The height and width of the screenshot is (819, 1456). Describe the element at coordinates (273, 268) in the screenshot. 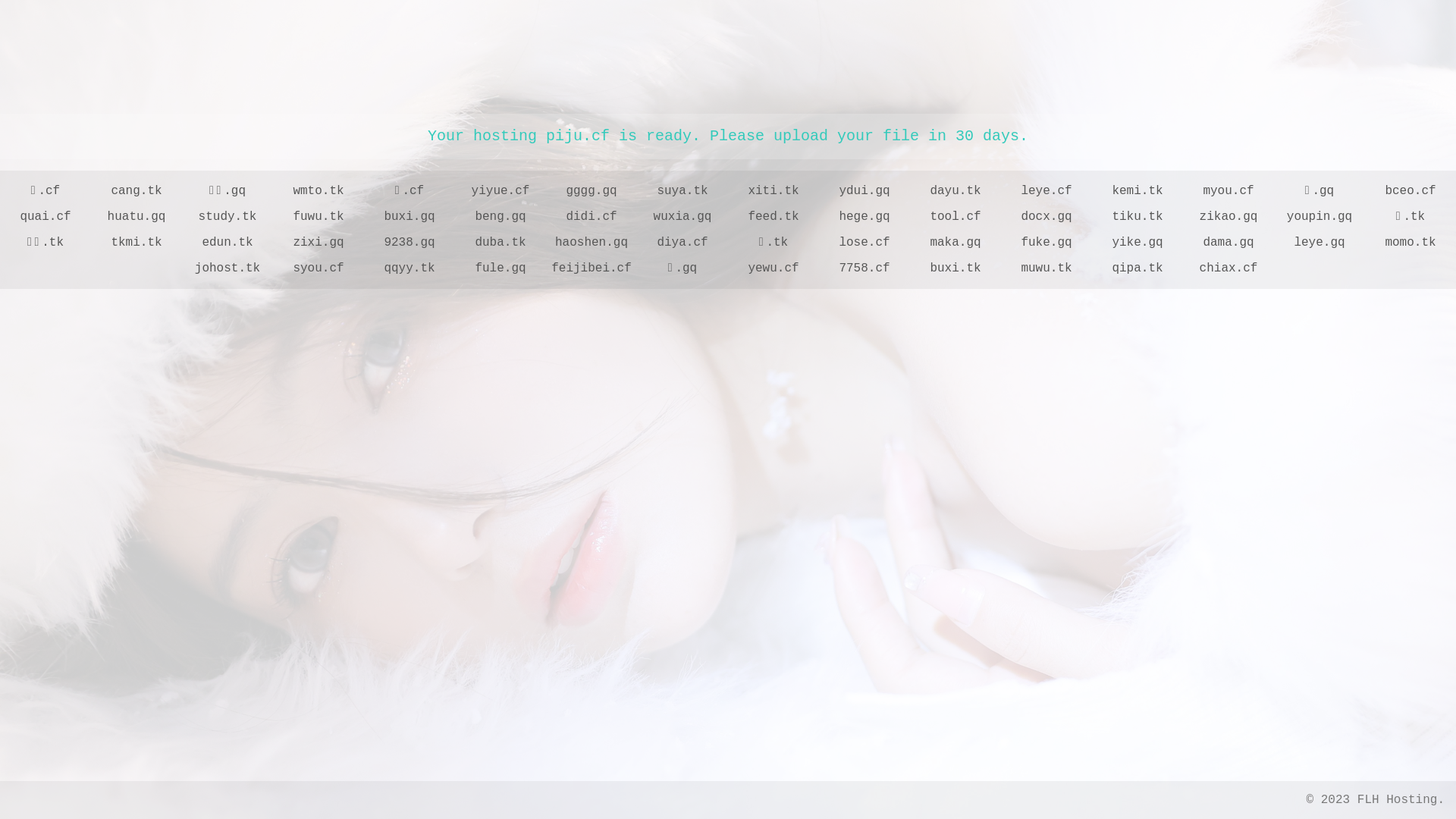

I see `'syou.cf'` at that location.